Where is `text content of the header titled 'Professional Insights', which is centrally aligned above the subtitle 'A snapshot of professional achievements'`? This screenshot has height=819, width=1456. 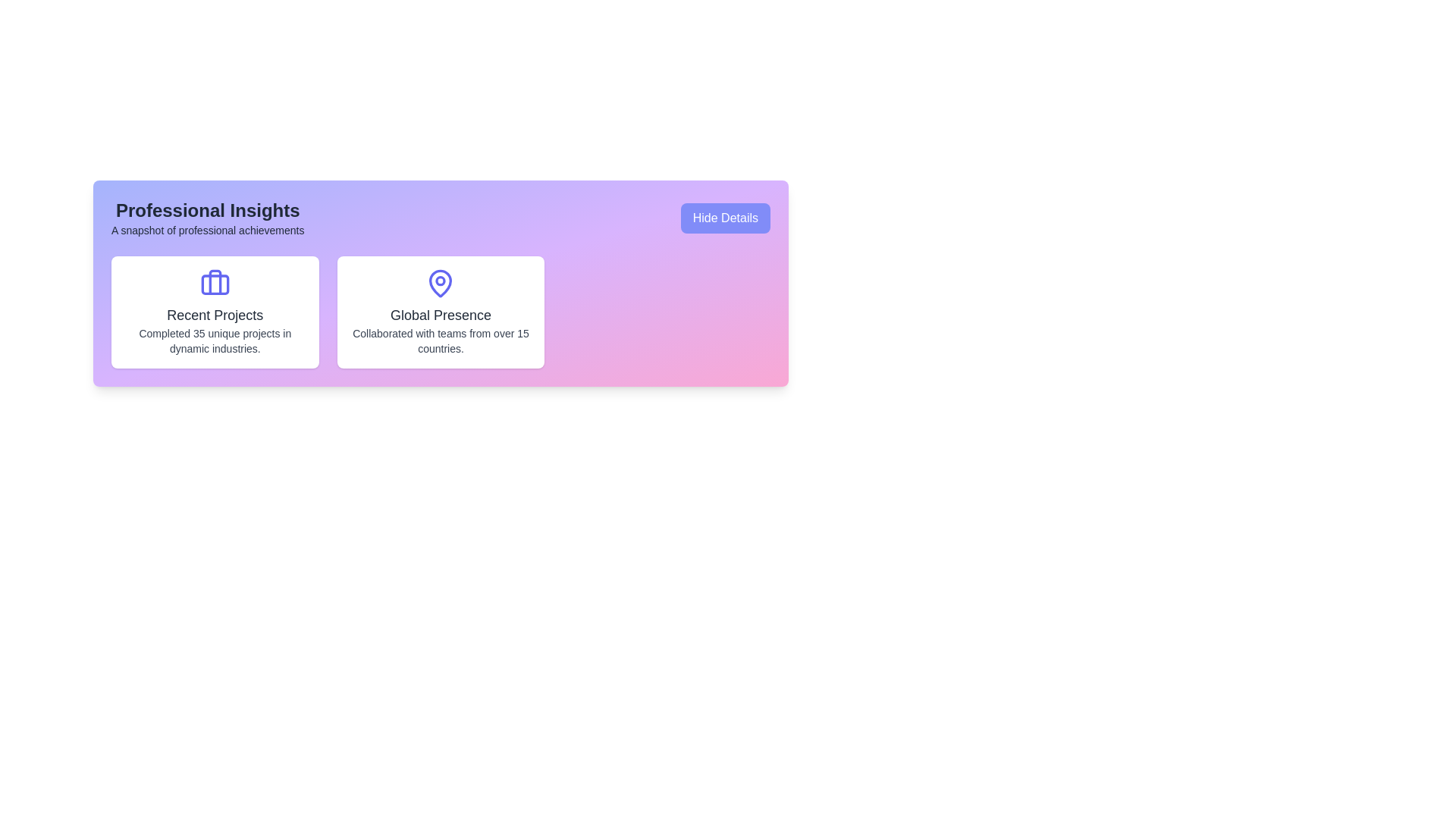
text content of the header titled 'Professional Insights', which is centrally aligned above the subtitle 'A snapshot of professional achievements' is located at coordinates (207, 210).